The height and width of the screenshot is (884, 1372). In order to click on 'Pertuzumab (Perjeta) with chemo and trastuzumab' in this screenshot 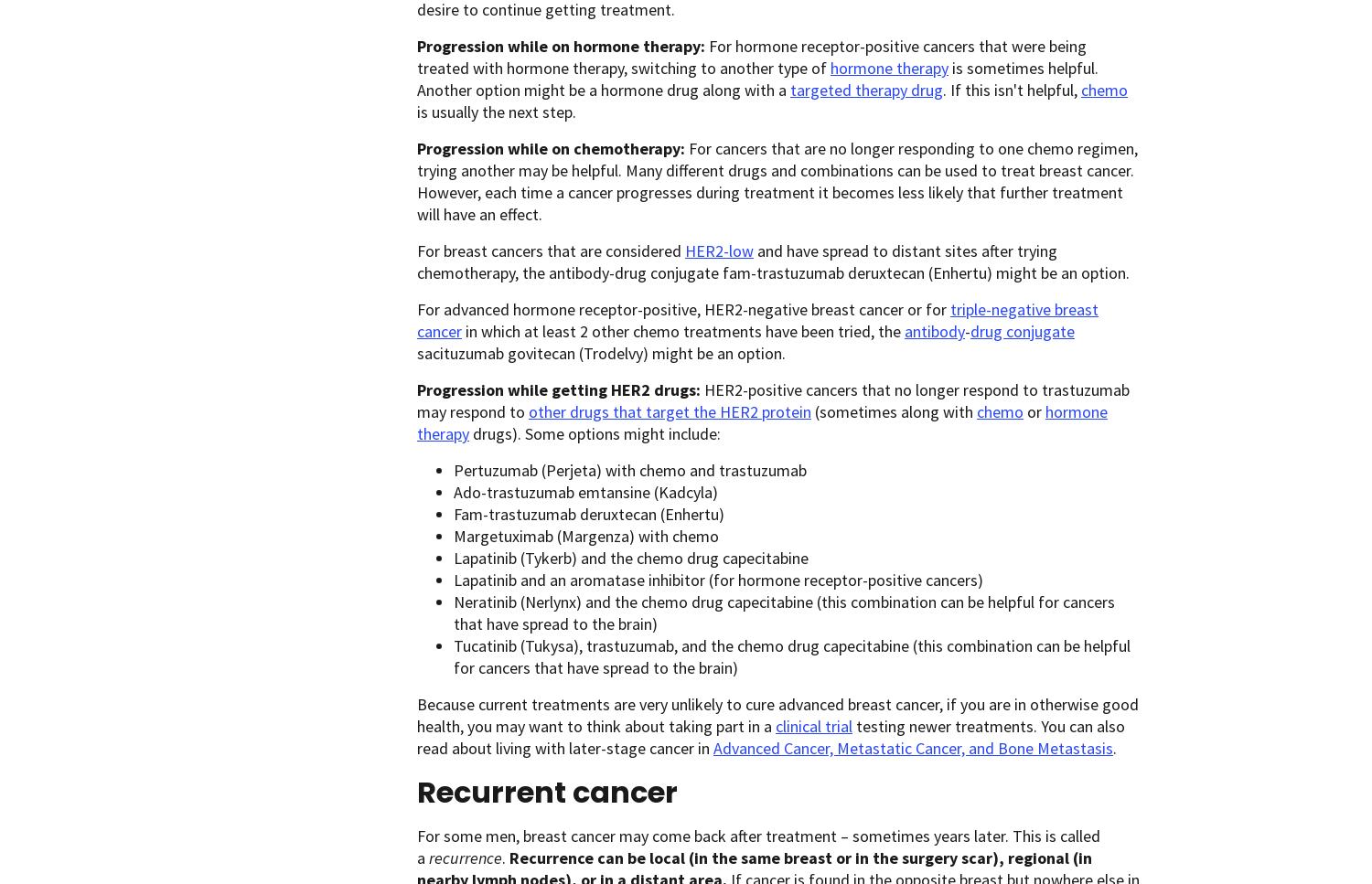, I will do `click(629, 469)`.